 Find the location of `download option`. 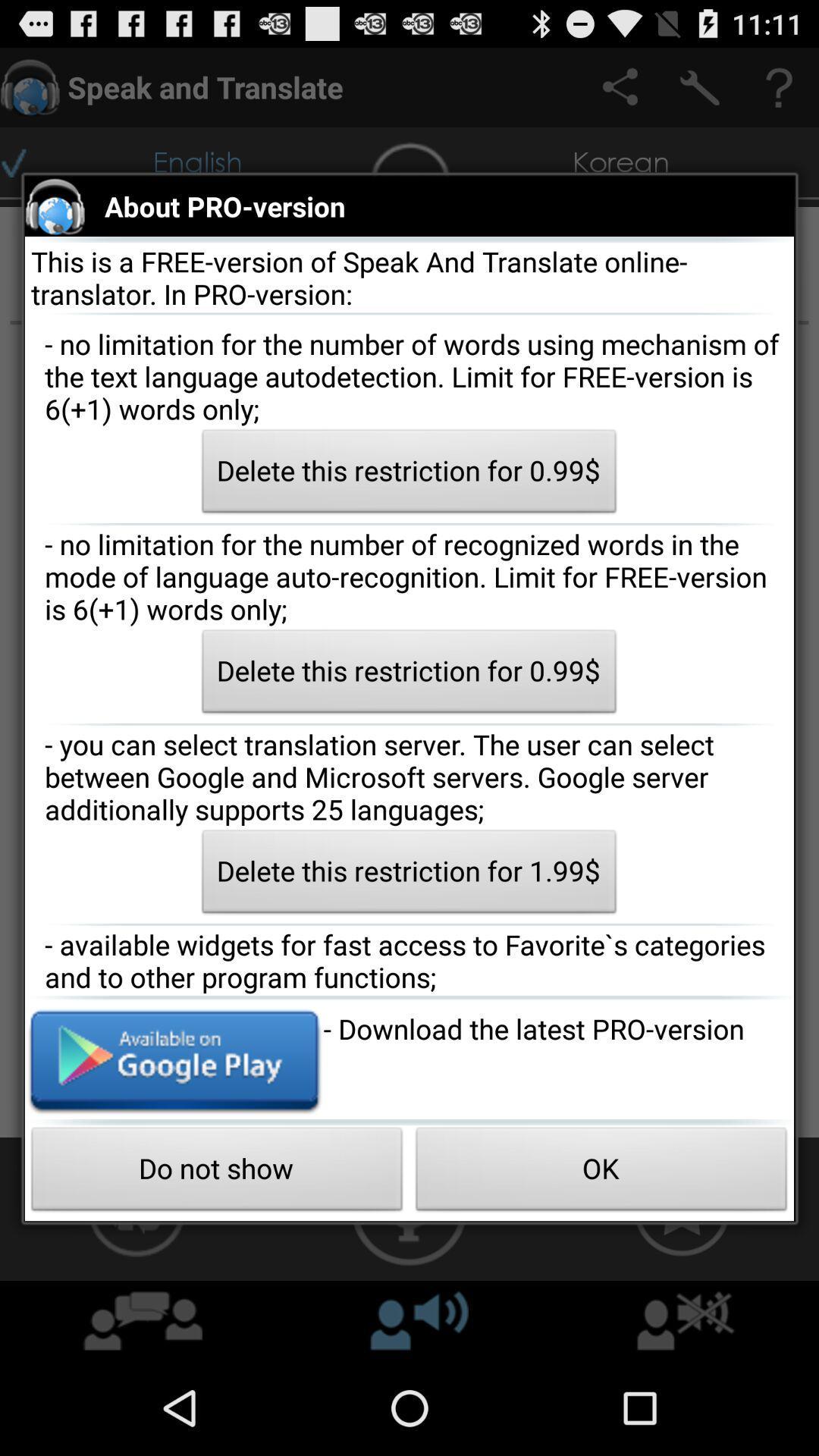

download option is located at coordinates (173, 1059).